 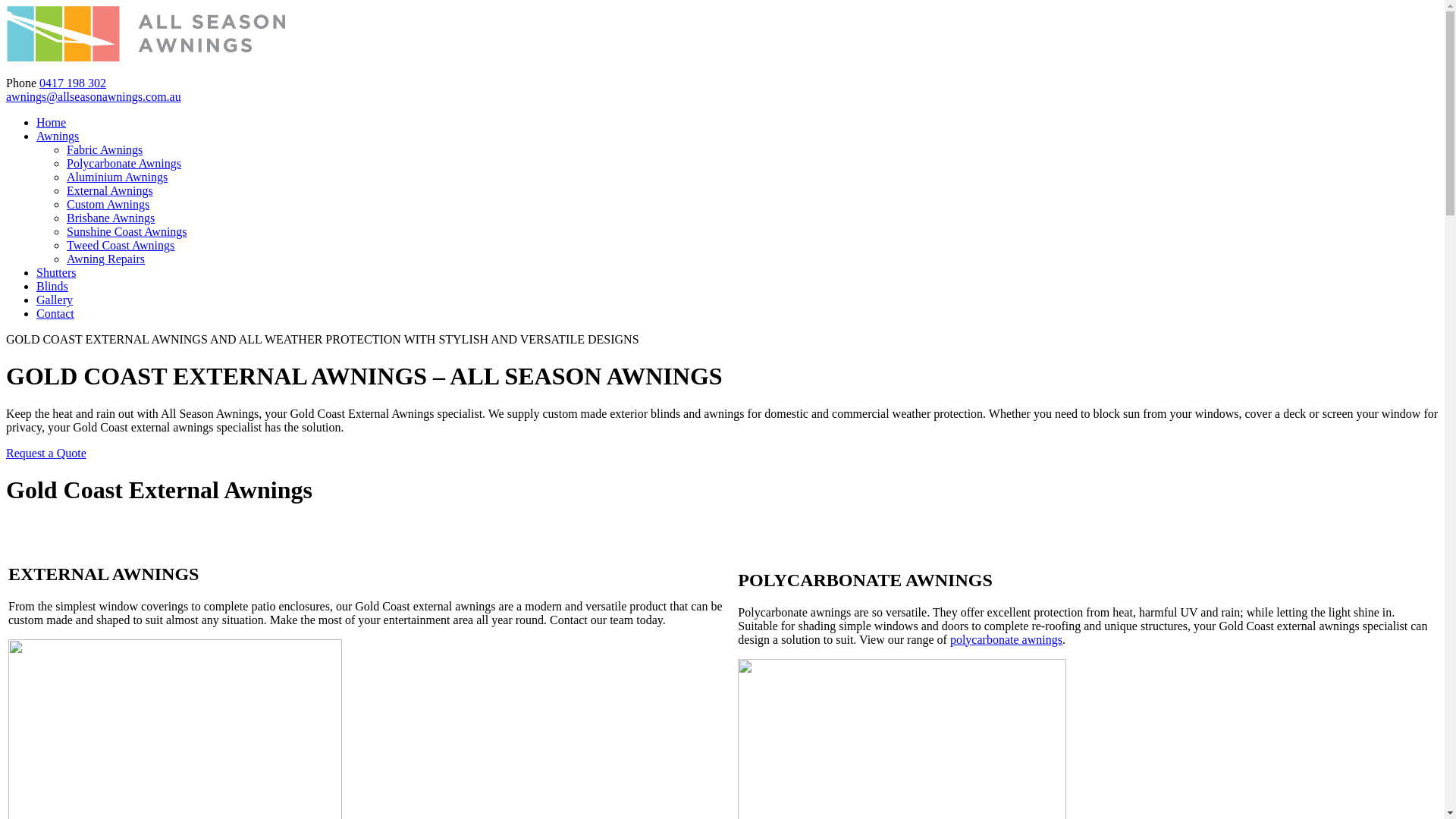 What do you see at coordinates (108, 190) in the screenshot?
I see `'External Awnings'` at bounding box center [108, 190].